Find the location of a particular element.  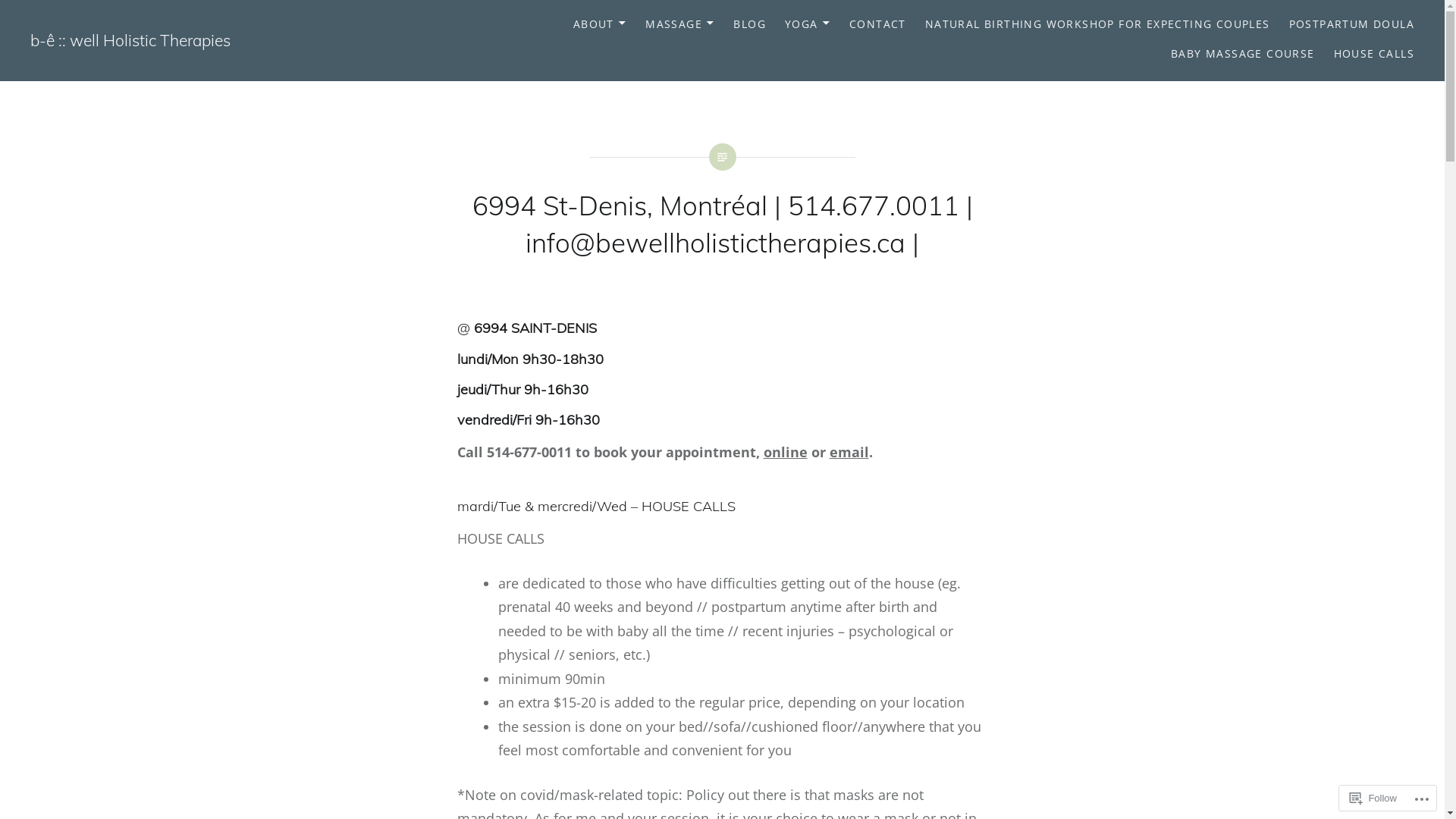

'NATURAL BIRTHING WORKSHOP FOR EXPECTING COUPLES' is located at coordinates (1097, 24).